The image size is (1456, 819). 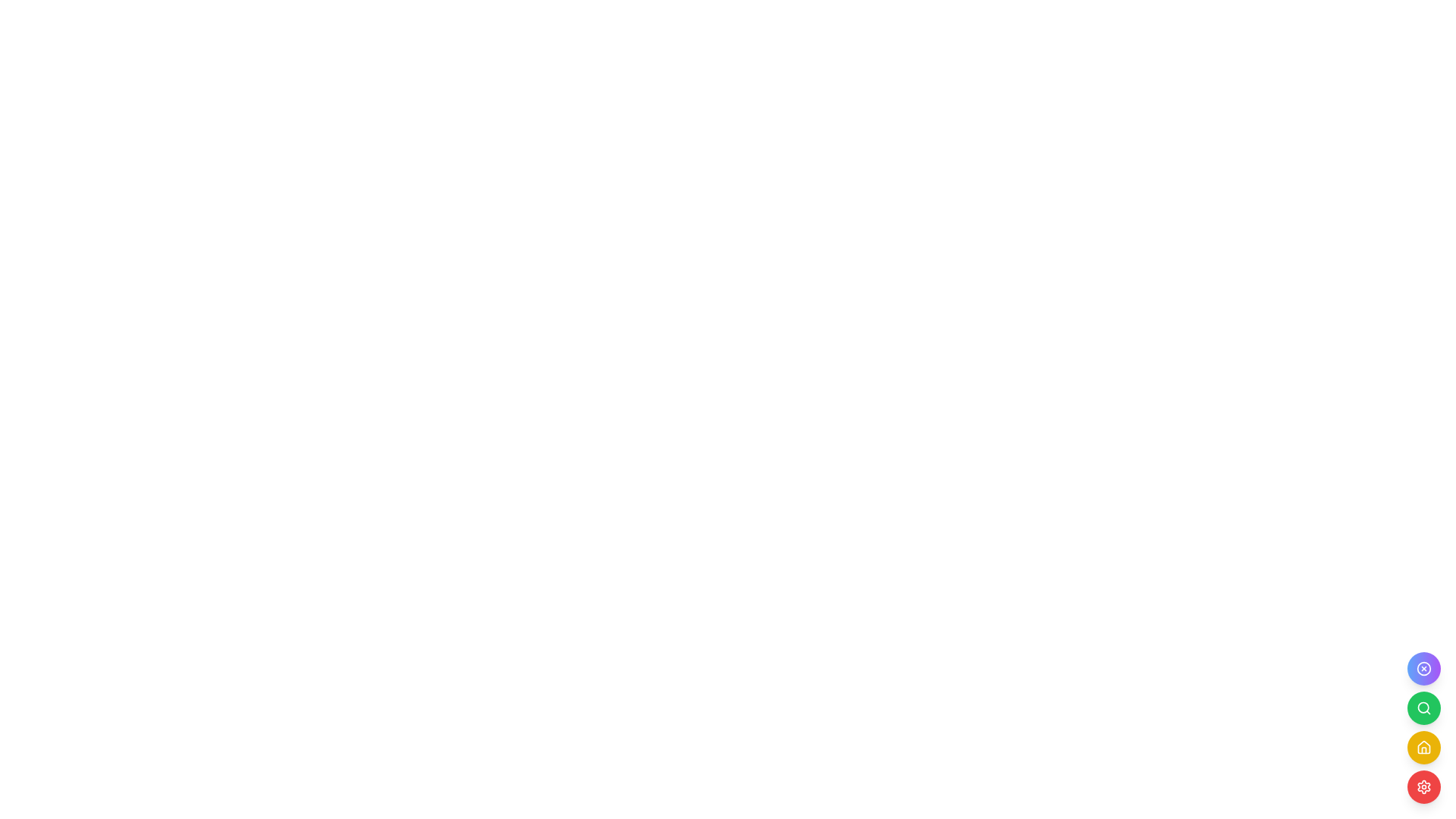 What do you see at coordinates (1423, 747) in the screenshot?
I see `the third circular button from the top in a vertical stack of four buttons located at the bottom-right corner of the interface, which has a yellow background and a white house icon, to return to the home page` at bounding box center [1423, 747].